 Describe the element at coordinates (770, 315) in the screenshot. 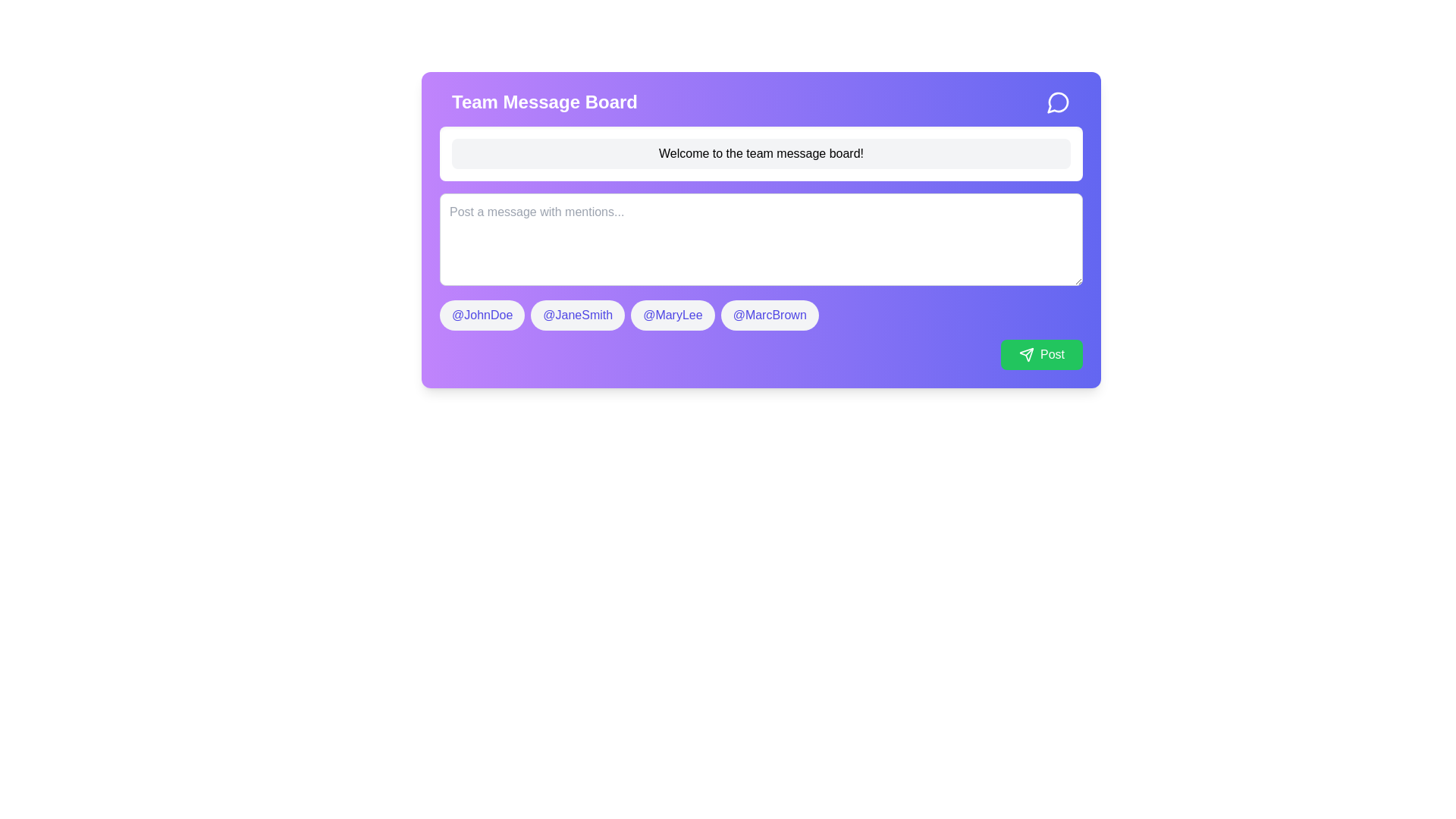

I see `the rounded rectangle button labeled '@MarcBrown' for reordering purposes, which is the fourth button in a horizontal sequence at the bottom of the interface` at that location.